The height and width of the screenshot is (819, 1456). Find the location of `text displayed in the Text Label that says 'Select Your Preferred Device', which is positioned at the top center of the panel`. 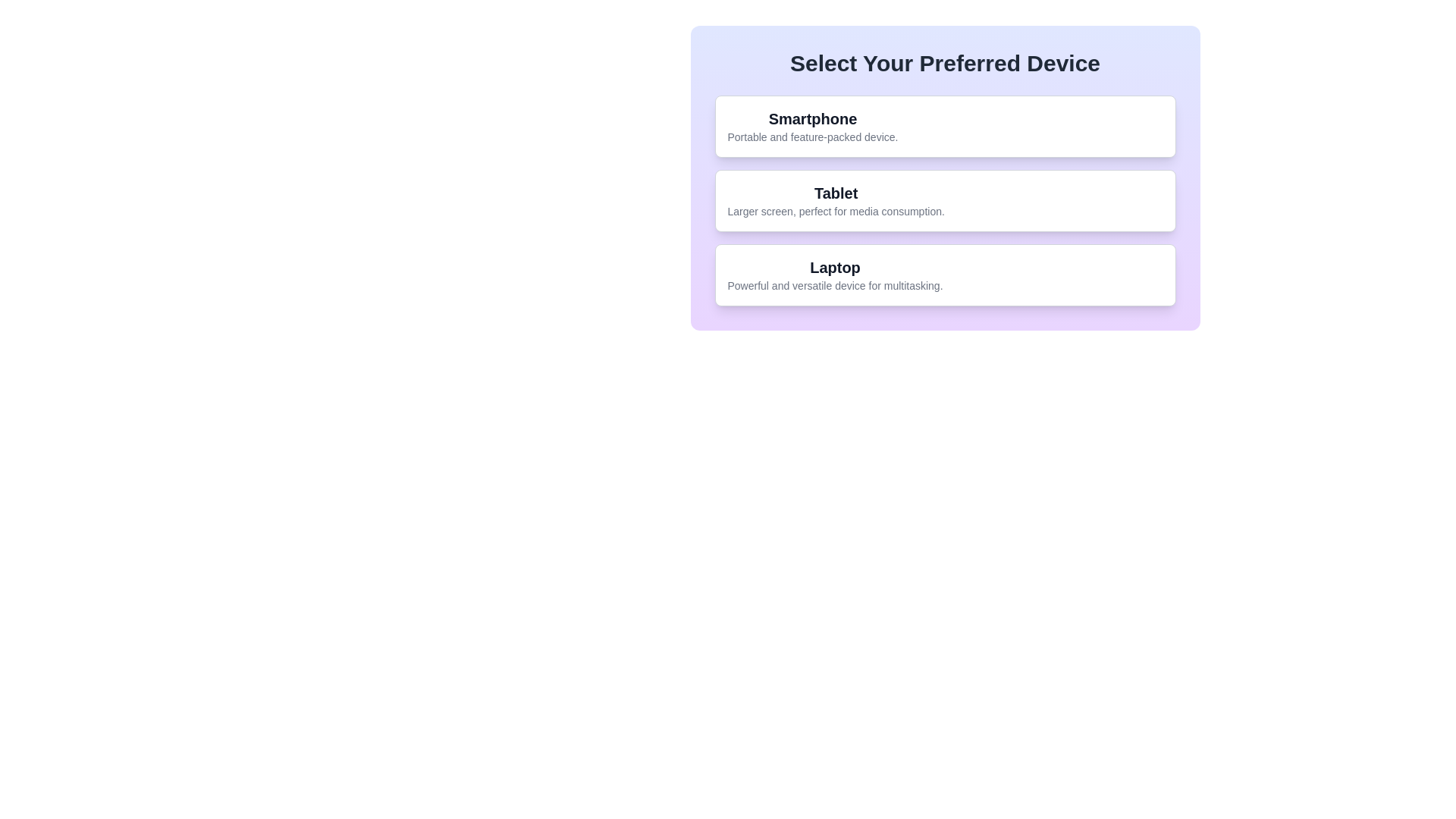

text displayed in the Text Label that says 'Select Your Preferred Device', which is positioned at the top center of the panel is located at coordinates (944, 63).